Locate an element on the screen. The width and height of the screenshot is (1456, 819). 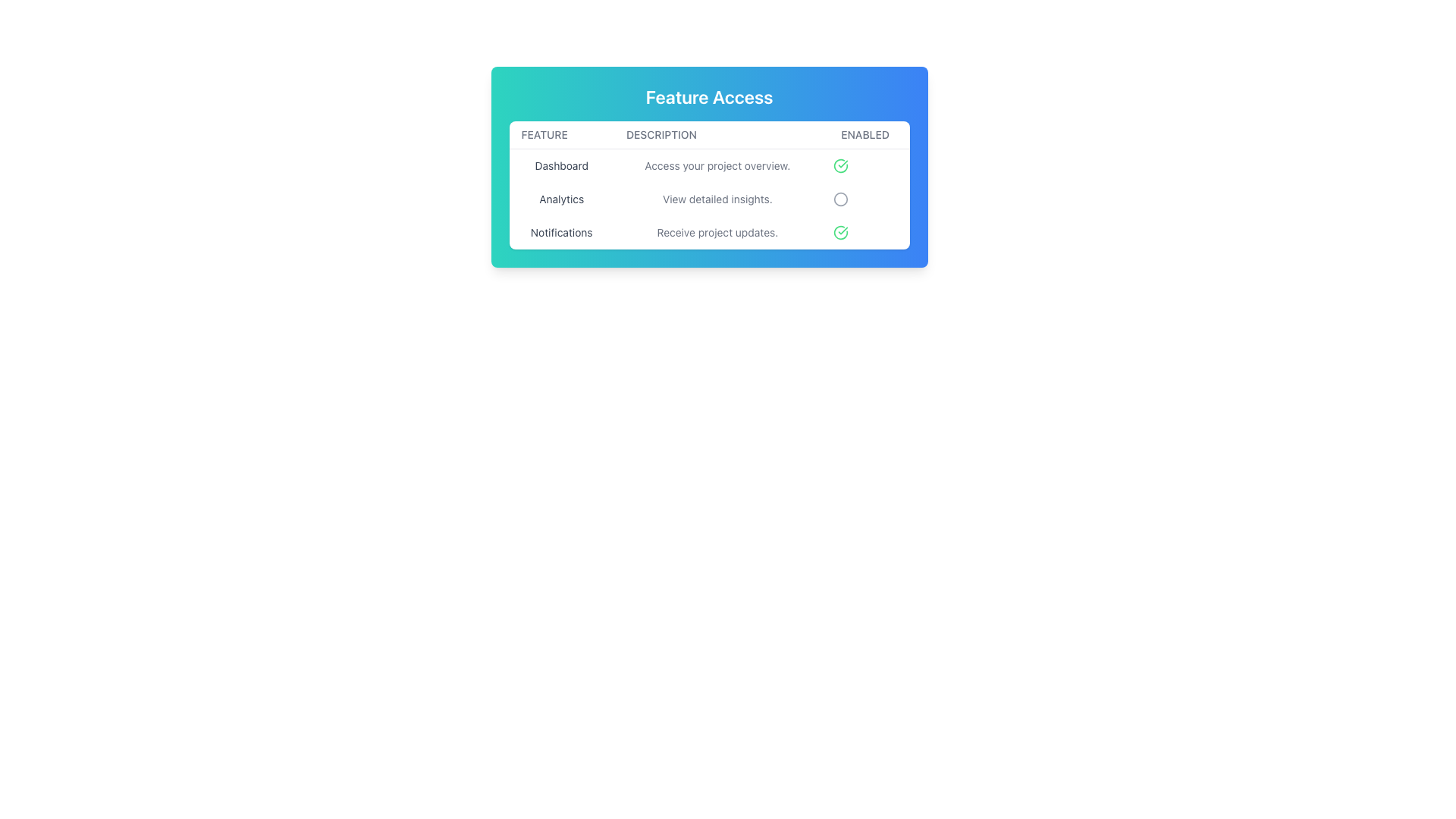
the 'Analytics' text label located in the second row of the tabular layout under the 'FEATURE' column for contextual interactions is located at coordinates (560, 198).